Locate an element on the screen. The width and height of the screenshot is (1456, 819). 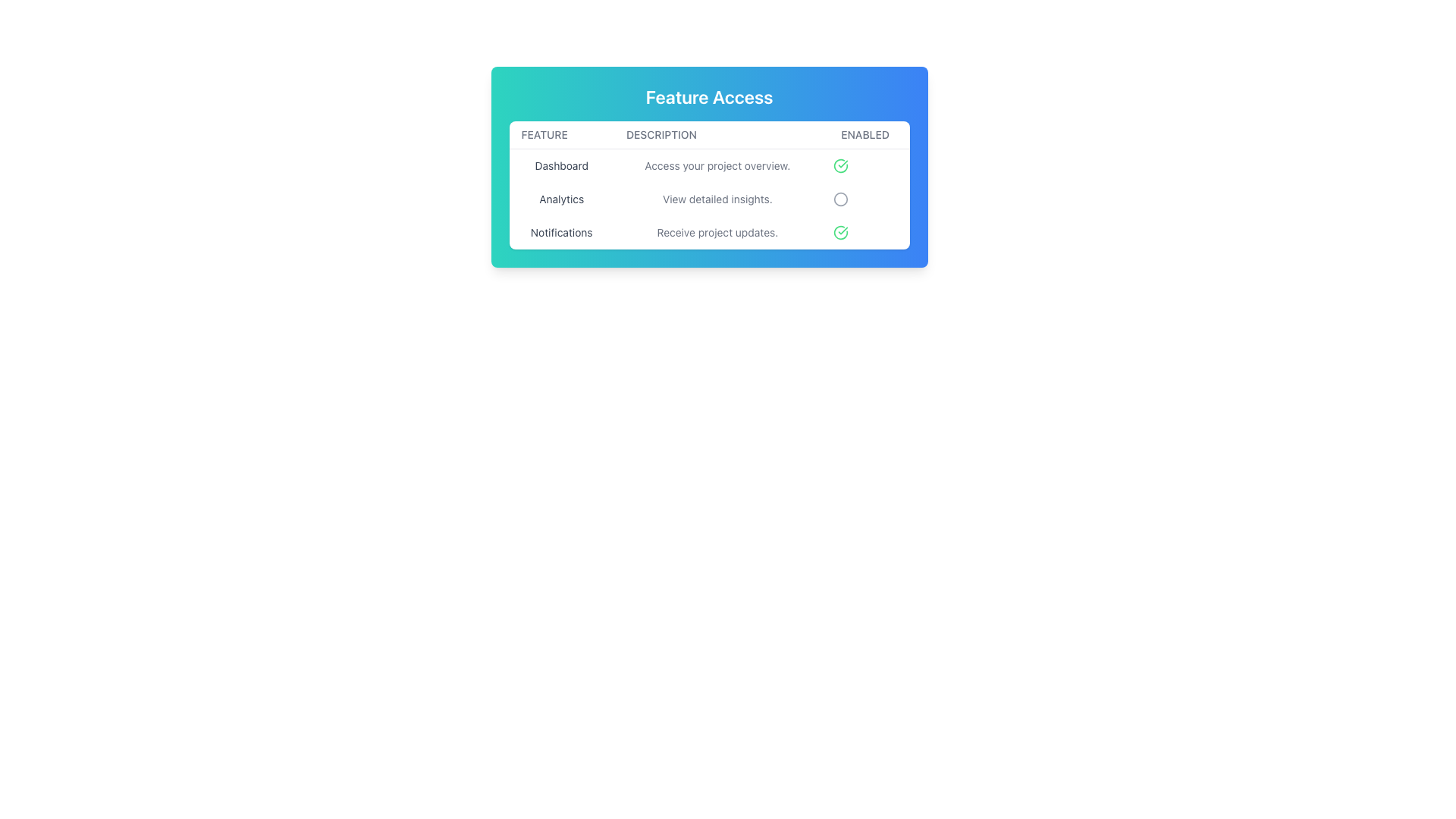
the 'Analytics' text label located in the second row of the tabular layout under the 'FEATURE' column for contextual interactions is located at coordinates (560, 198).